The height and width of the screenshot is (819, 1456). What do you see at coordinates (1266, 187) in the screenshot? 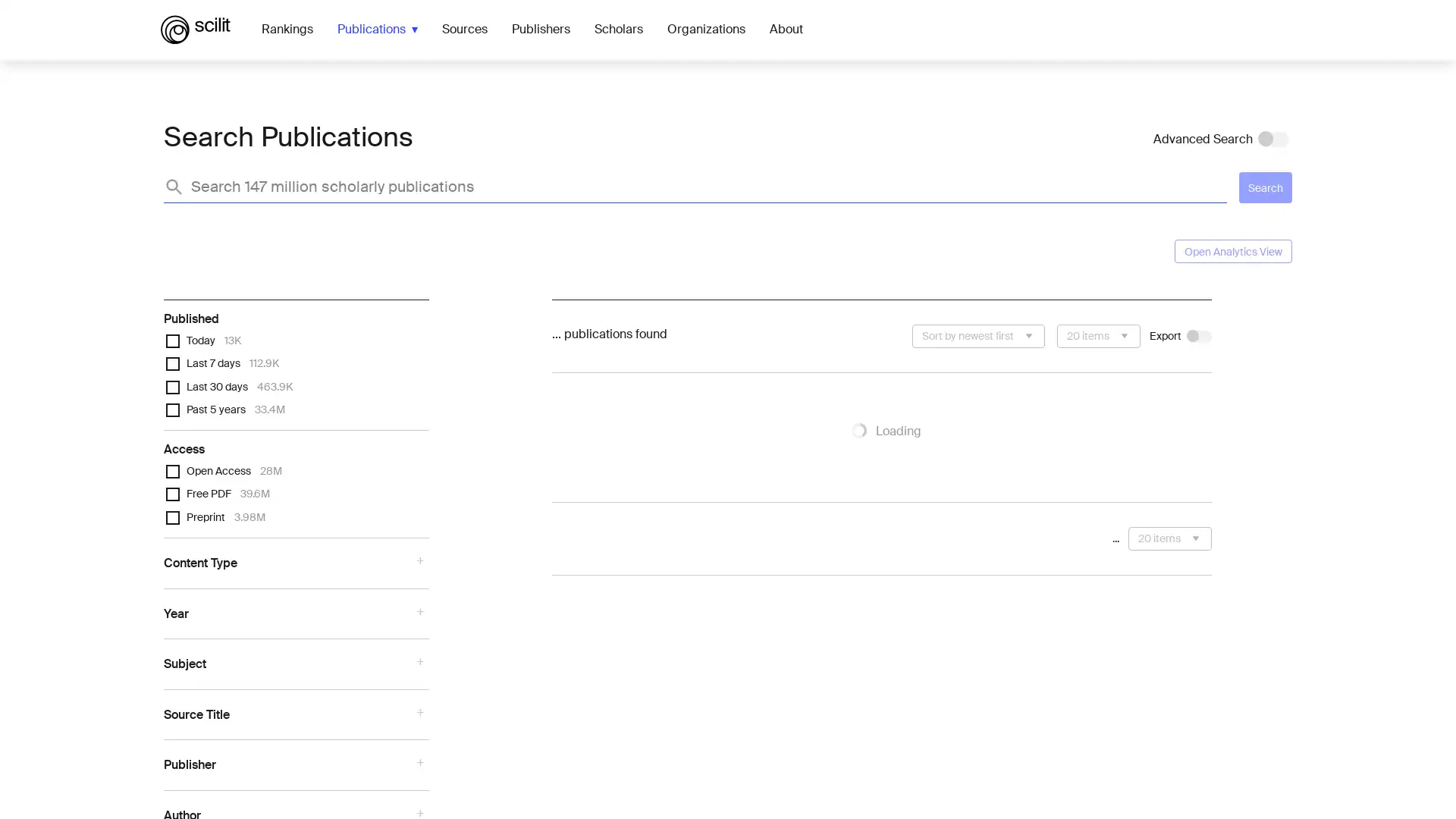
I see `Search` at bounding box center [1266, 187].